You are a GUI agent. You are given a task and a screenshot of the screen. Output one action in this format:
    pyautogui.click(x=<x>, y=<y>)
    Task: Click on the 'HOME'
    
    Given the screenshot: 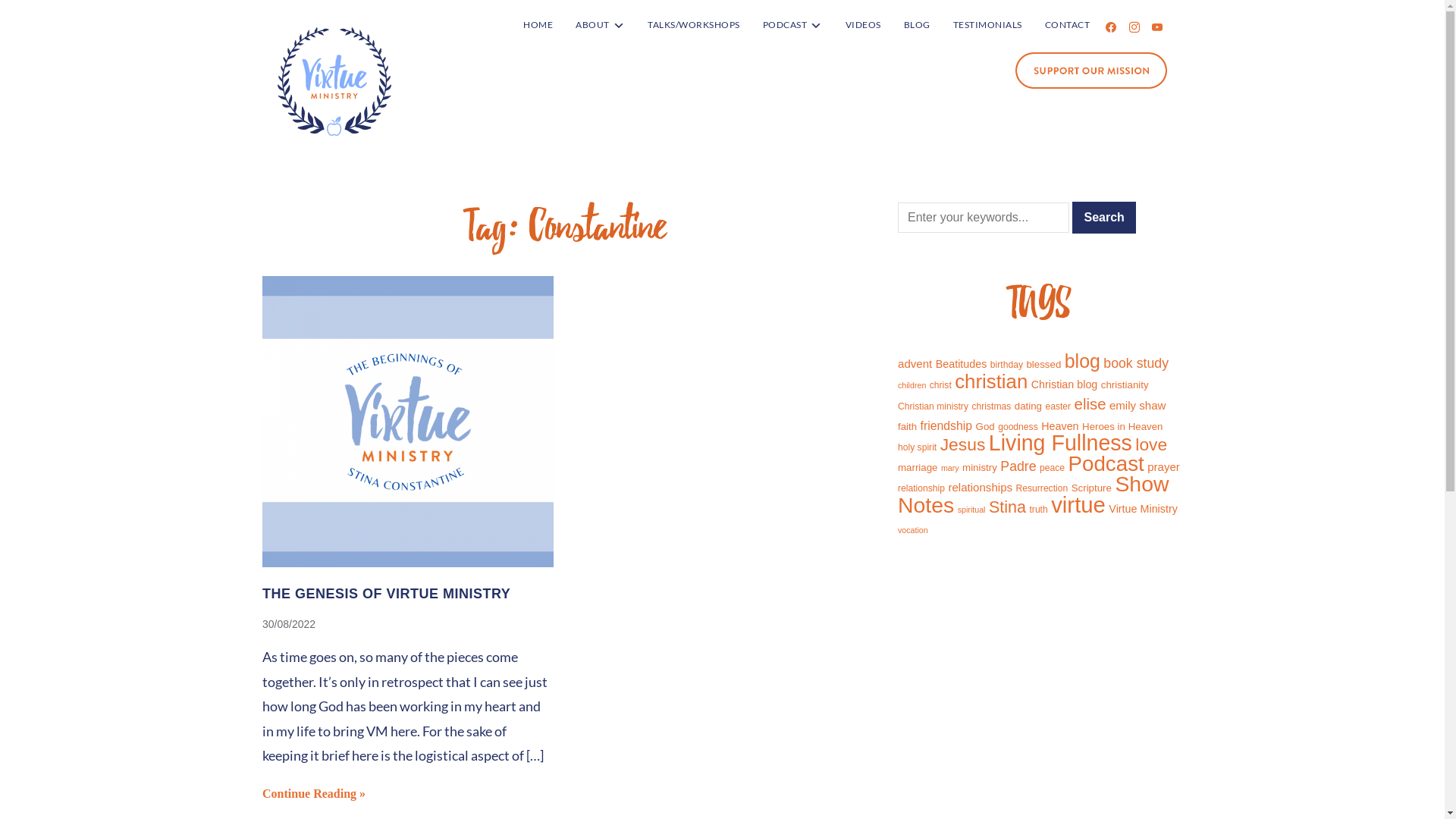 What is the action you would take?
    pyautogui.click(x=538, y=25)
    